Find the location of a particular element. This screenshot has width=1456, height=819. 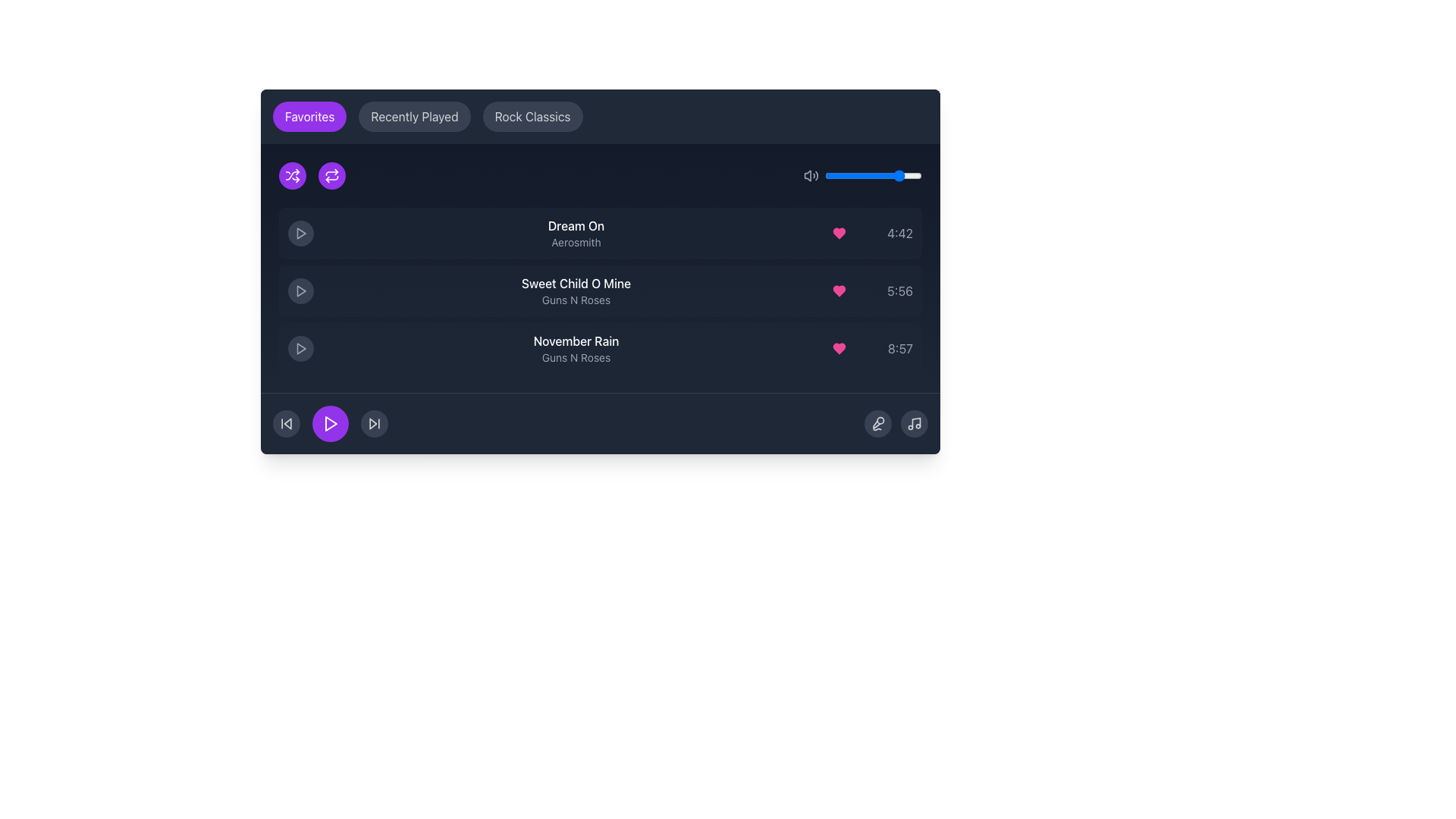

the third music track listing element, which features the song 'November Rain' by 'Guns N Roses' is located at coordinates (600, 348).